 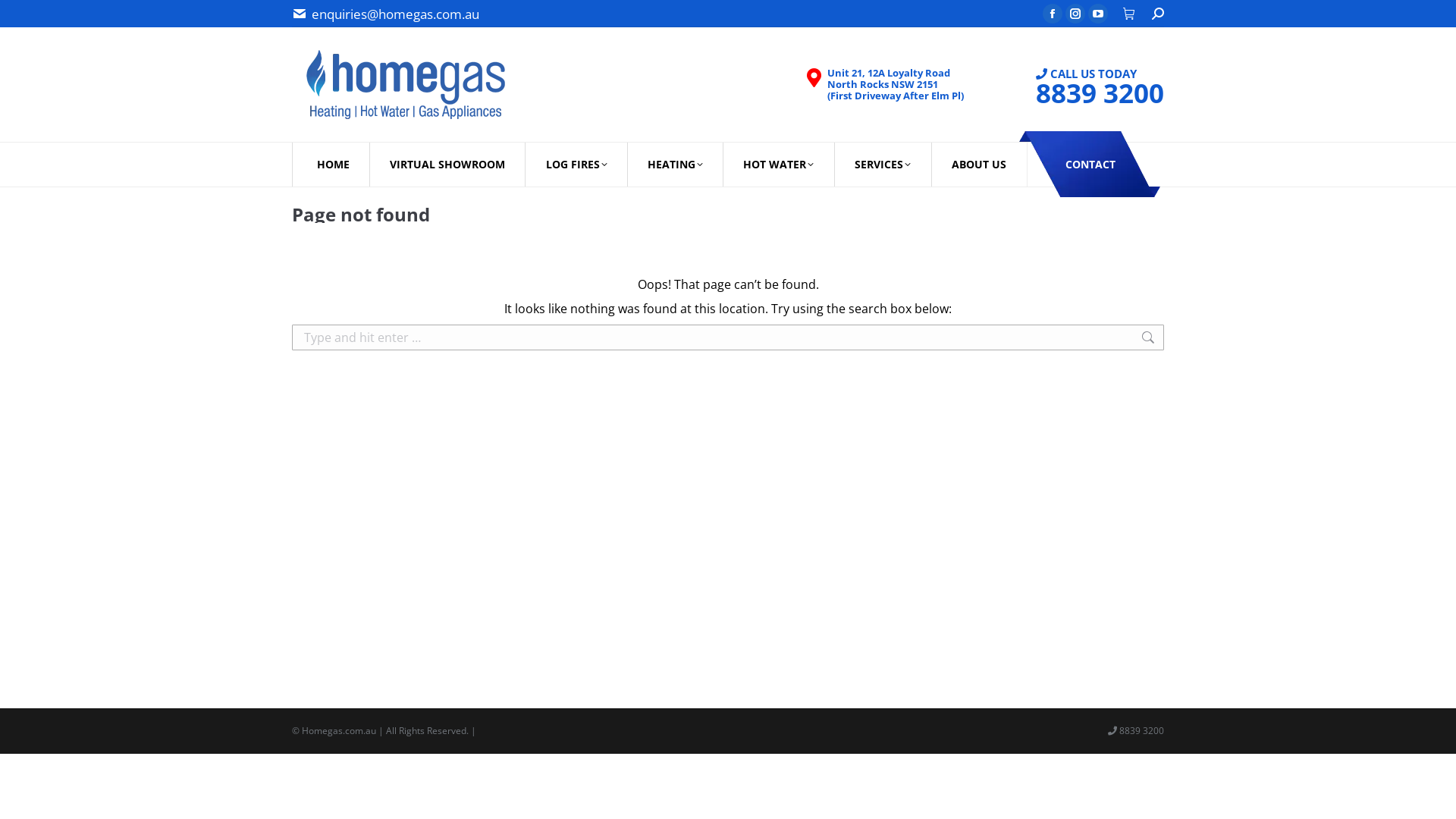 What do you see at coordinates (395, 13) in the screenshot?
I see `'enquiries@homegas.com.au'` at bounding box center [395, 13].